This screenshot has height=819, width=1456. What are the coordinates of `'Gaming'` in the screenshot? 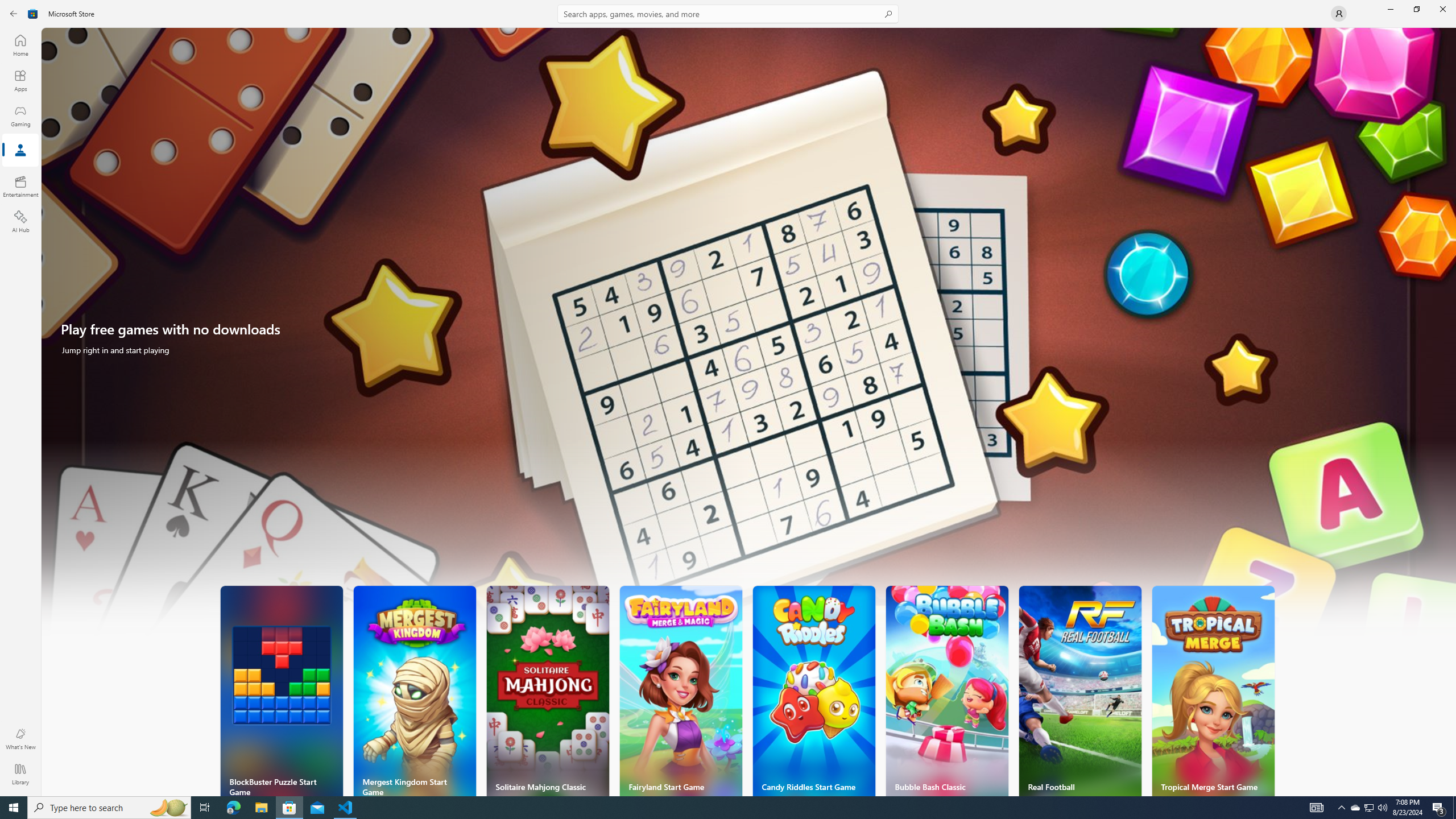 It's located at (19, 115).